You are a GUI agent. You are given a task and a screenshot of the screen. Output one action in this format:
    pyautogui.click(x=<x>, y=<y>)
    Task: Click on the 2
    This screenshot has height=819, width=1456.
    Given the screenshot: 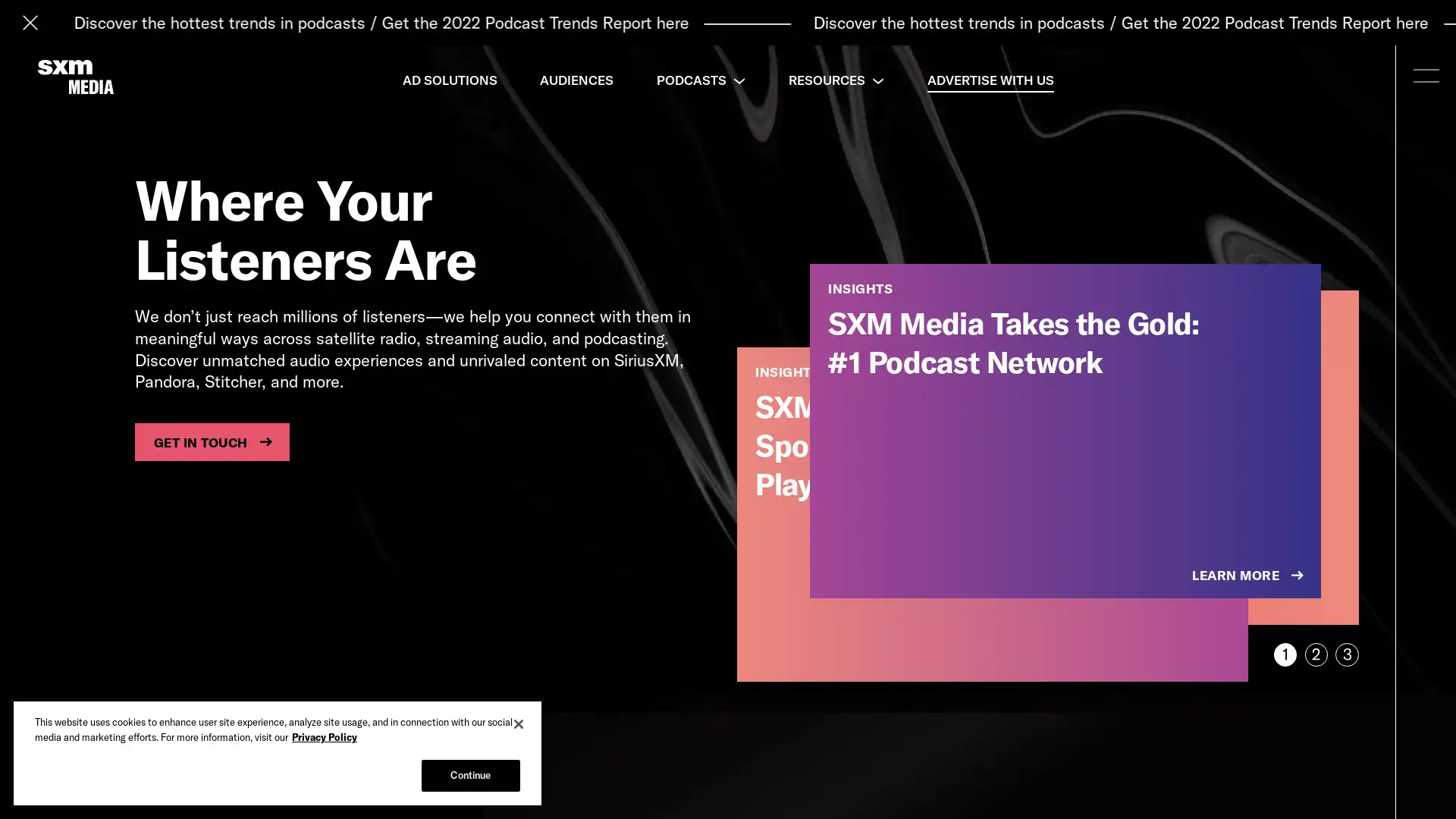 What is the action you would take?
    pyautogui.click(x=1315, y=654)
    